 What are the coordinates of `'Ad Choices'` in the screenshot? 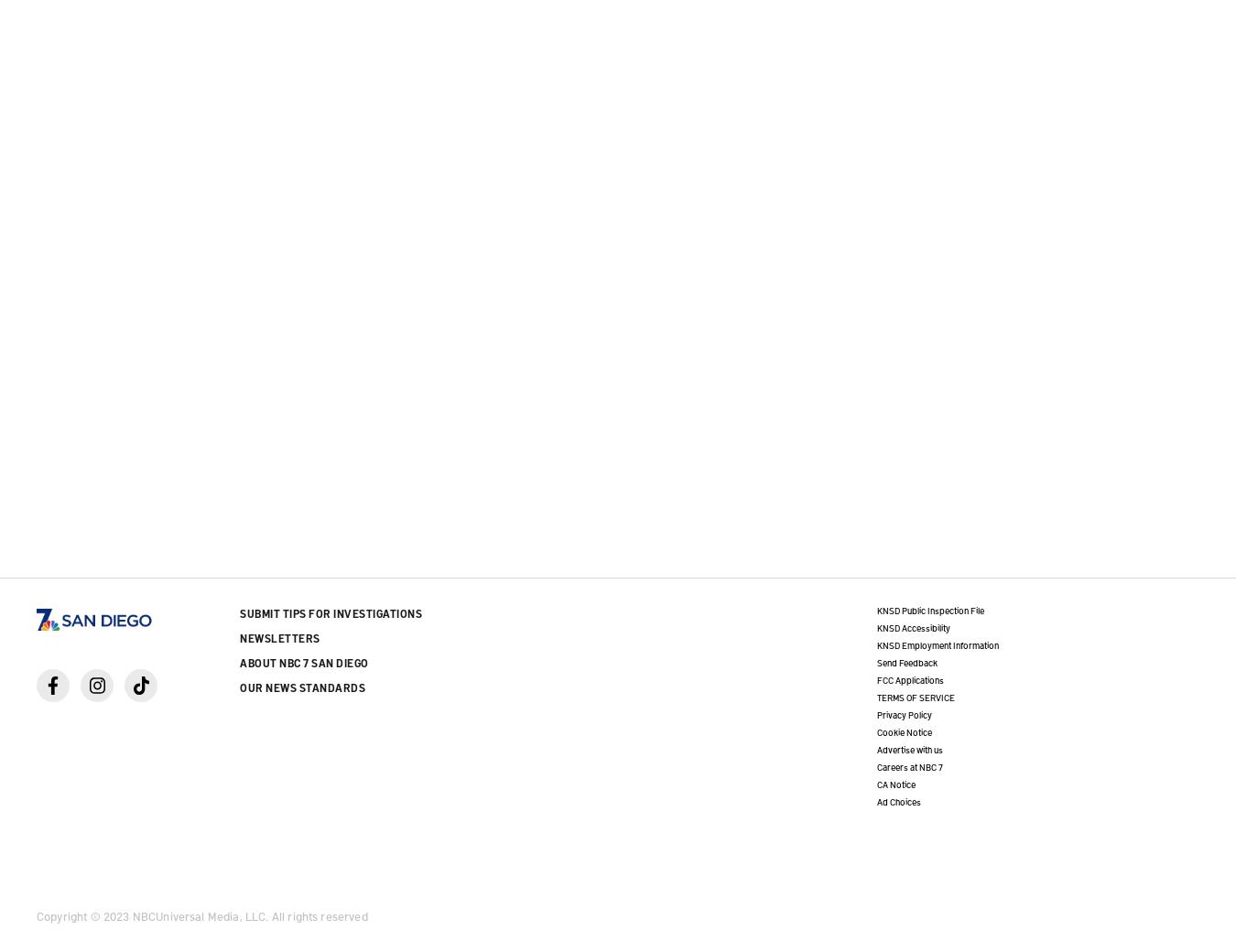 It's located at (897, 800).